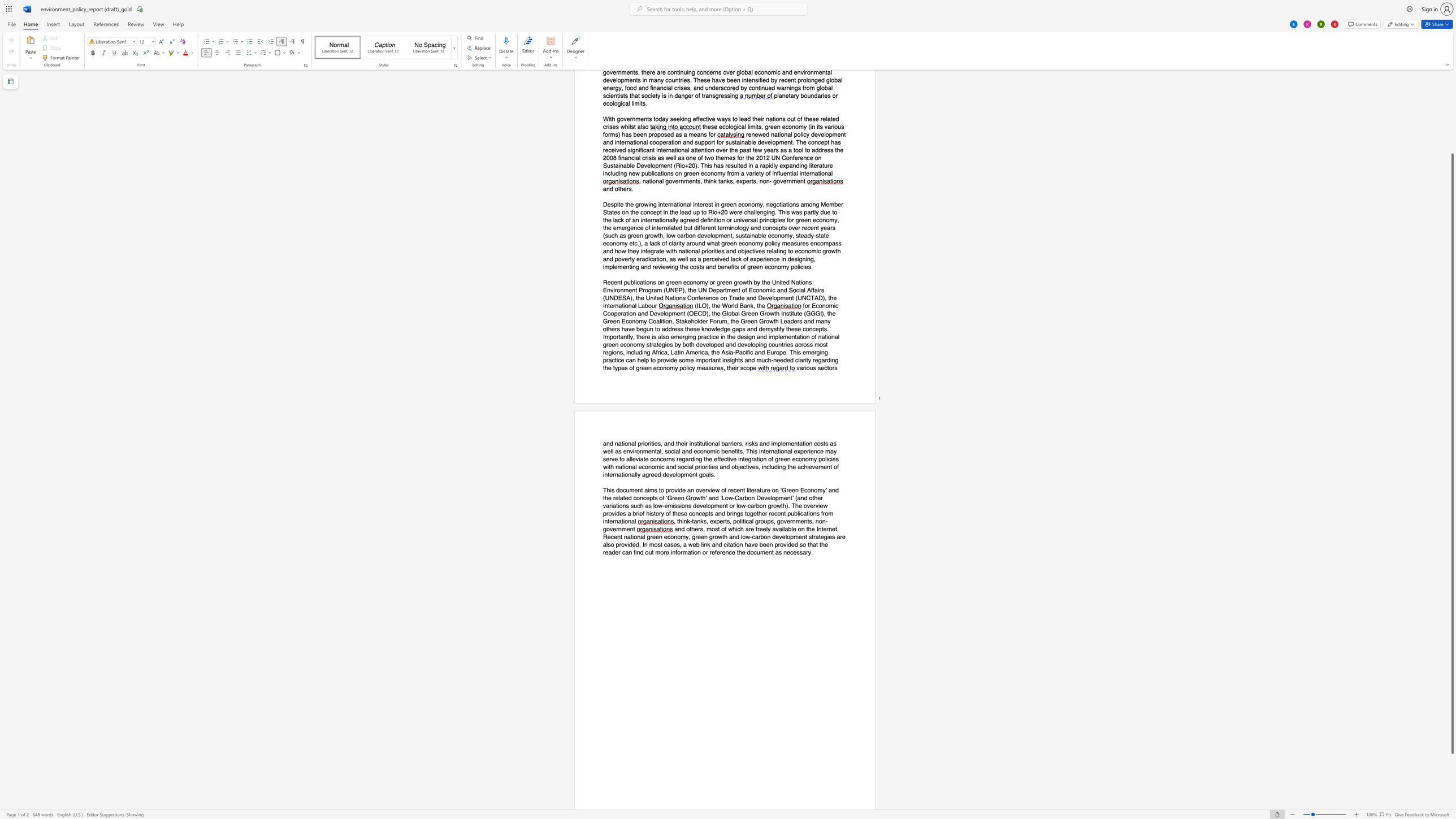  Describe the element at coordinates (1451, 136) in the screenshot. I see `the scrollbar to scroll the page up` at that location.